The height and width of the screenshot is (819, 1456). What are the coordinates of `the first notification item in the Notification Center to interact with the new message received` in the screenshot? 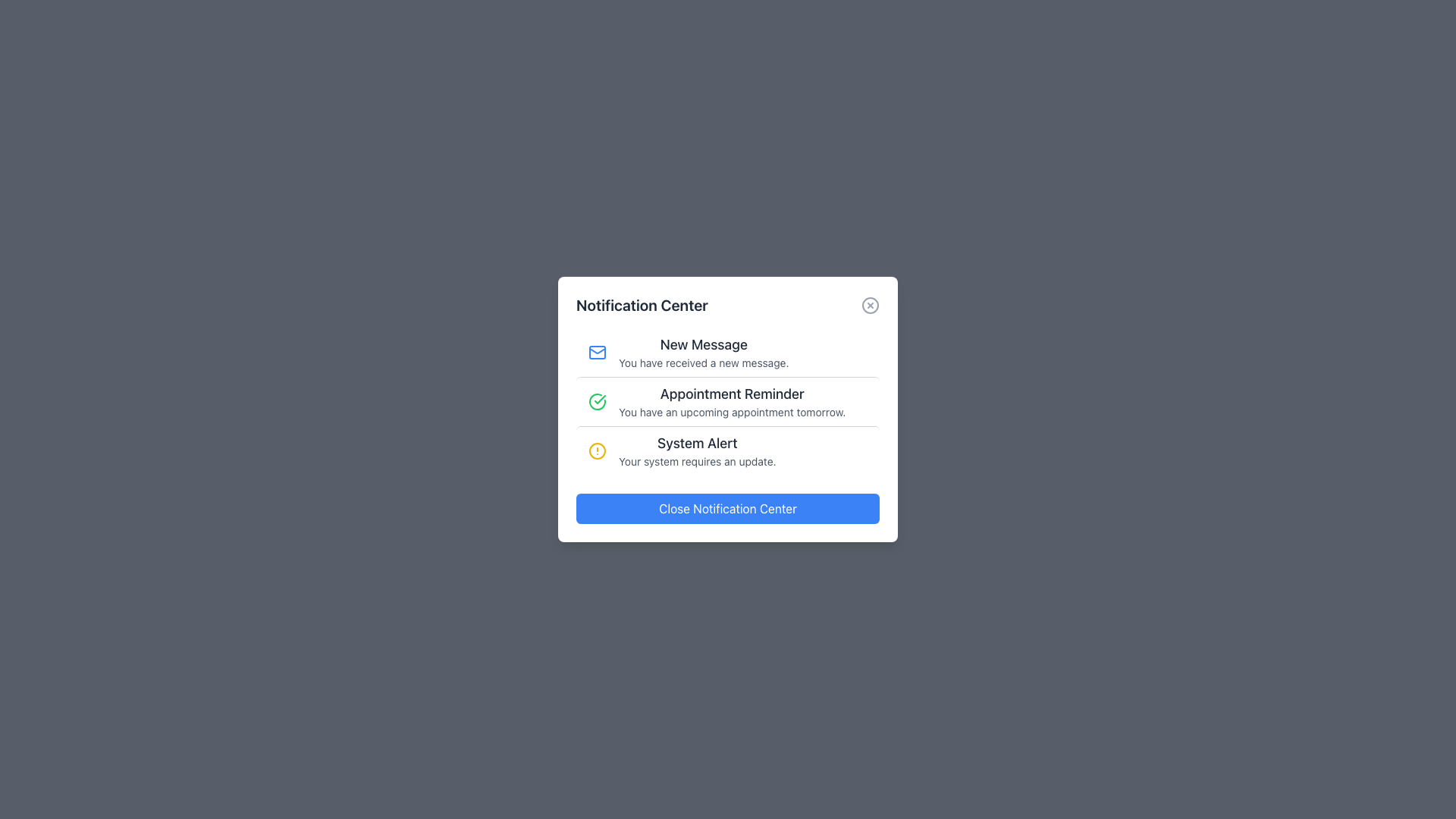 It's located at (728, 353).